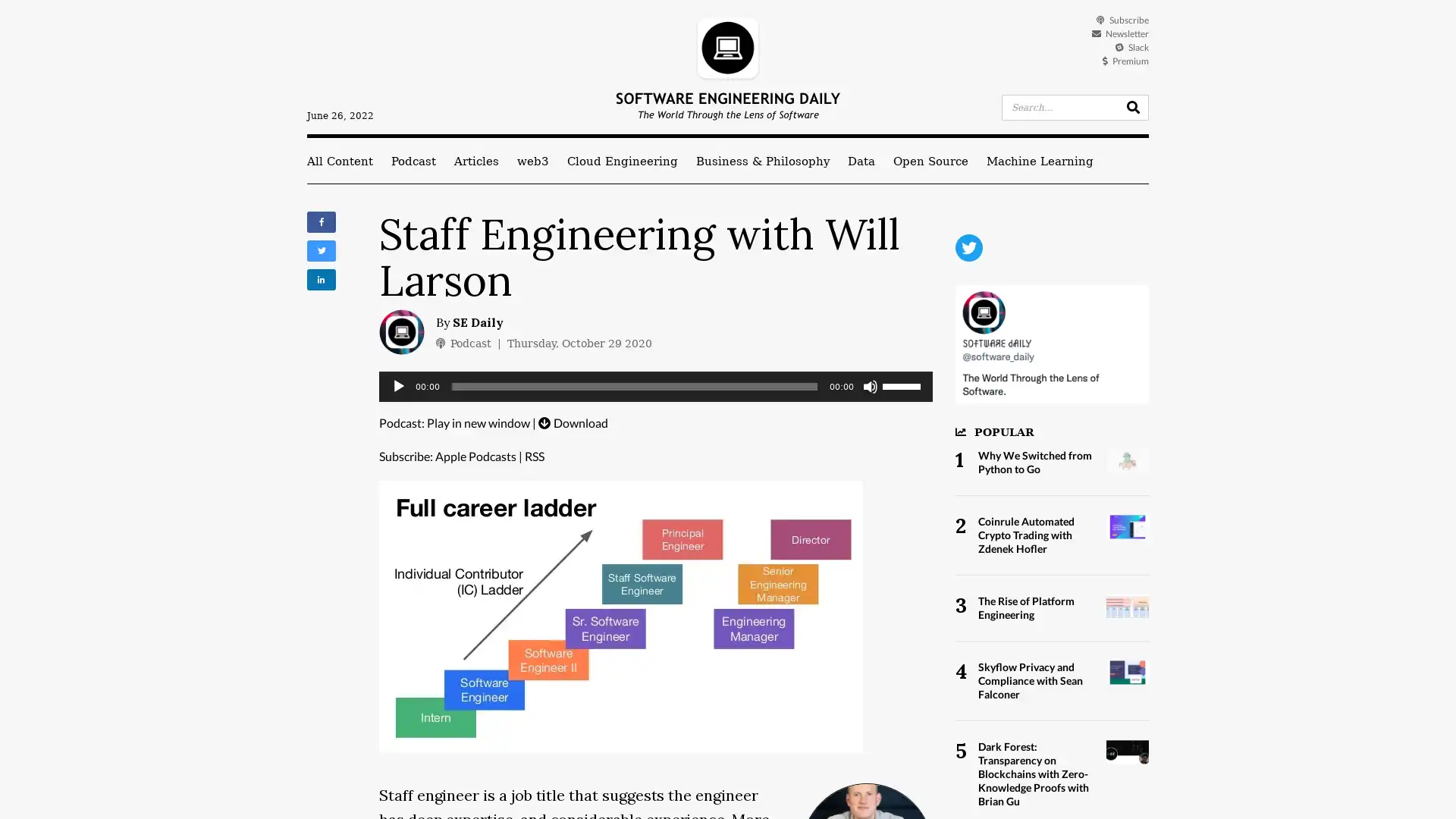 The image size is (1456, 819). I want to click on Mute, so click(870, 385).